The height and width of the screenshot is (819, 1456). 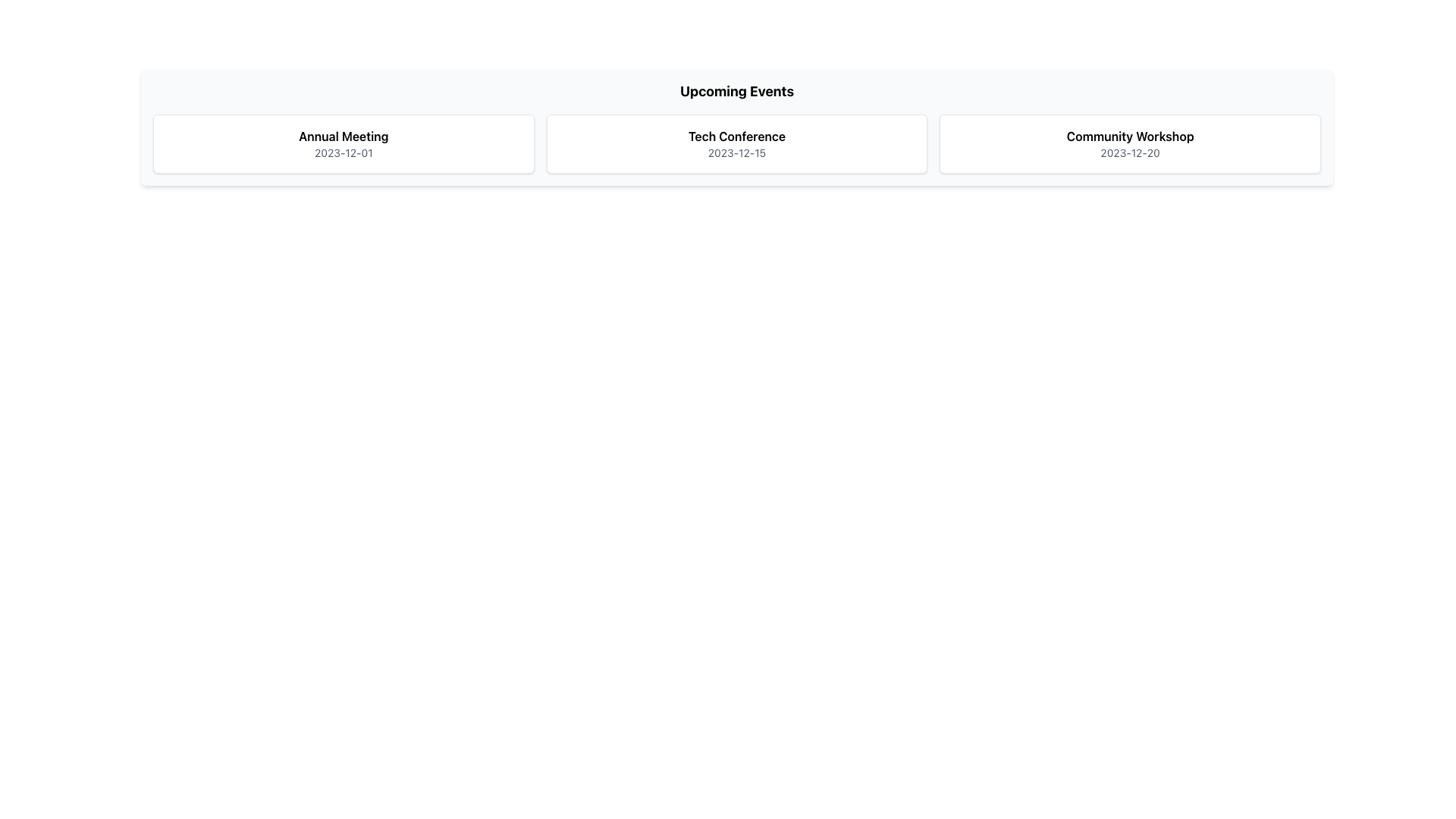 I want to click on the leftmost informational card displaying the event titled 'Annual Meeting' with the date '2023-12-01' in the 'Upcoming Events' section, so click(x=343, y=143).